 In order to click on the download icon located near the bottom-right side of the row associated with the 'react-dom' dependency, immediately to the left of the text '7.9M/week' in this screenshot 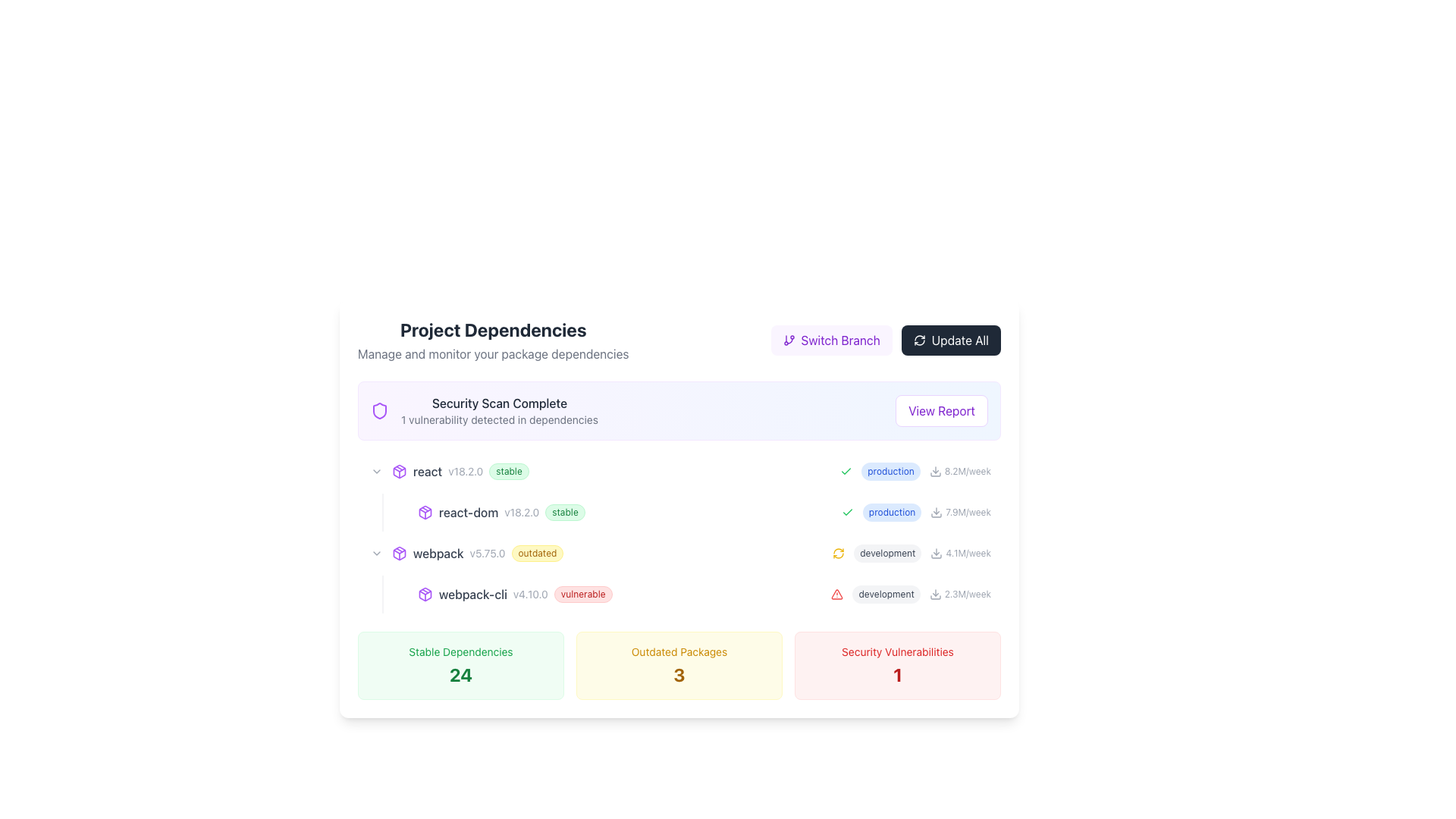, I will do `click(936, 512)`.